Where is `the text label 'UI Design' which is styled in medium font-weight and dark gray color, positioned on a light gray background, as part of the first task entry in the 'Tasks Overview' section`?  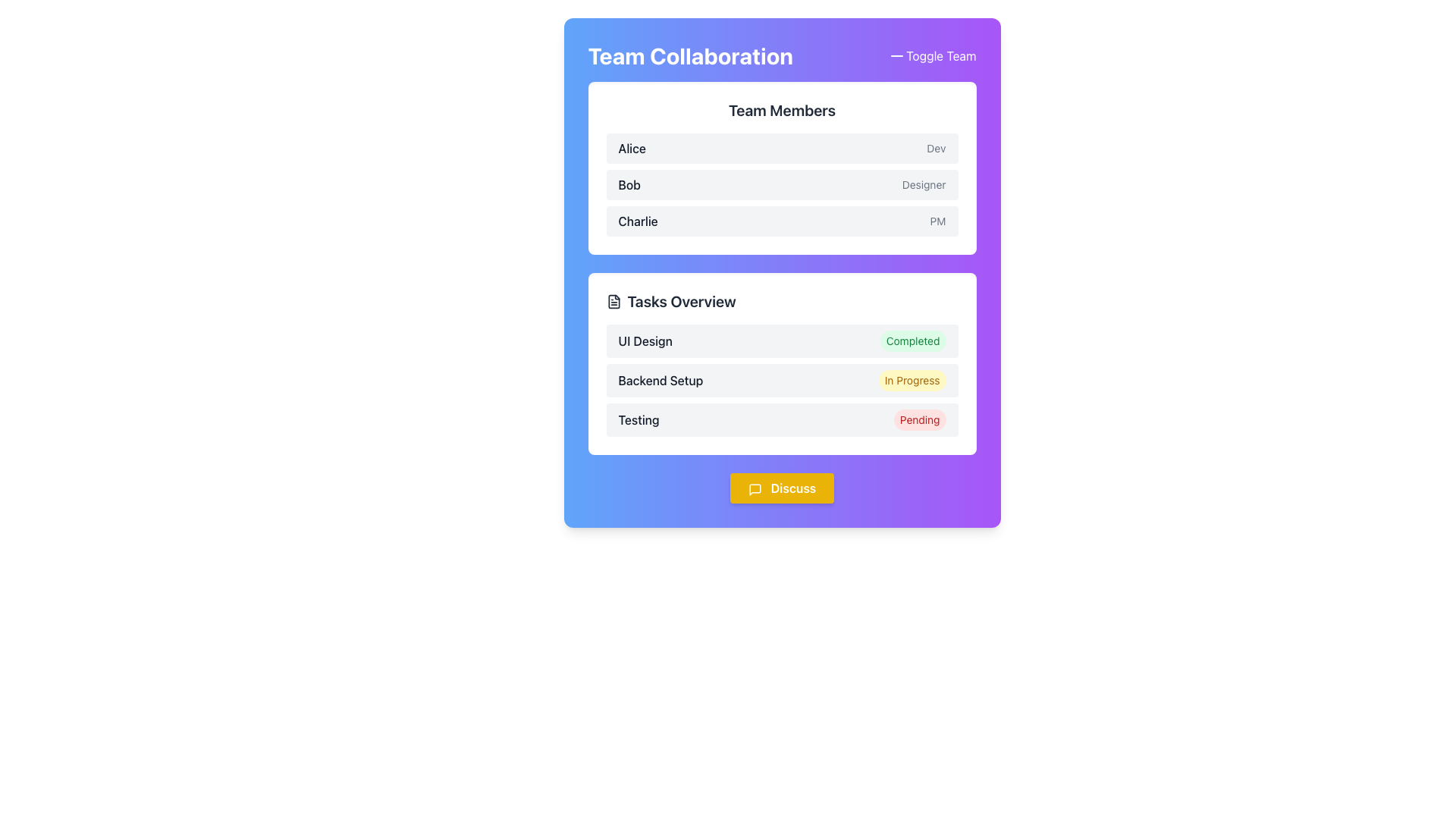
the text label 'UI Design' which is styled in medium font-weight and dark gray color, positioned on a light gray background, as part of the first task entry in the 'Tasks Overview' section is located at coordinates (645, 341).